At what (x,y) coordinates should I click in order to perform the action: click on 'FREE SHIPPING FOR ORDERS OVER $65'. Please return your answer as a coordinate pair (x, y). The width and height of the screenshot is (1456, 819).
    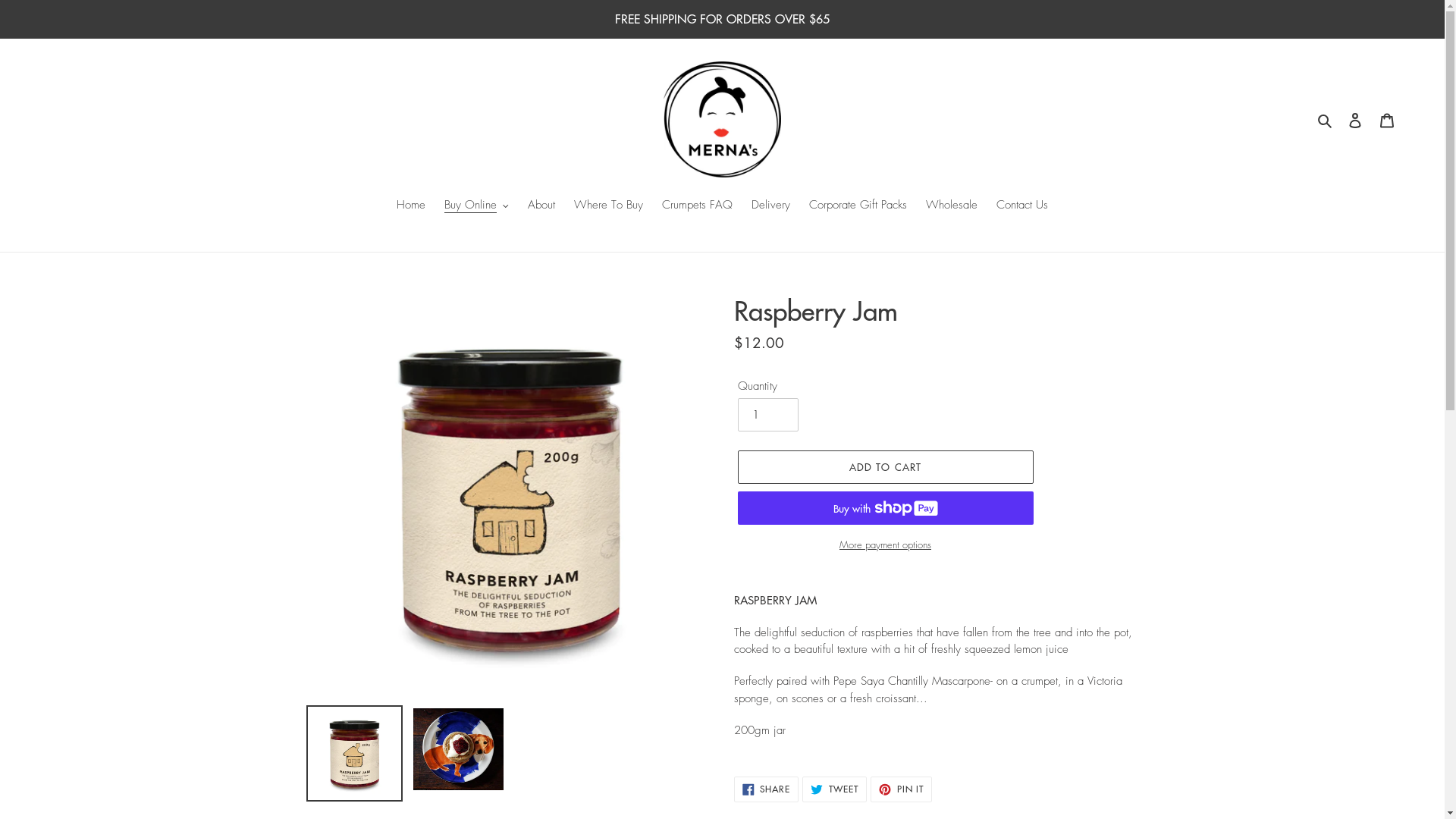
    Looking at the image, I should click on (721, 18).